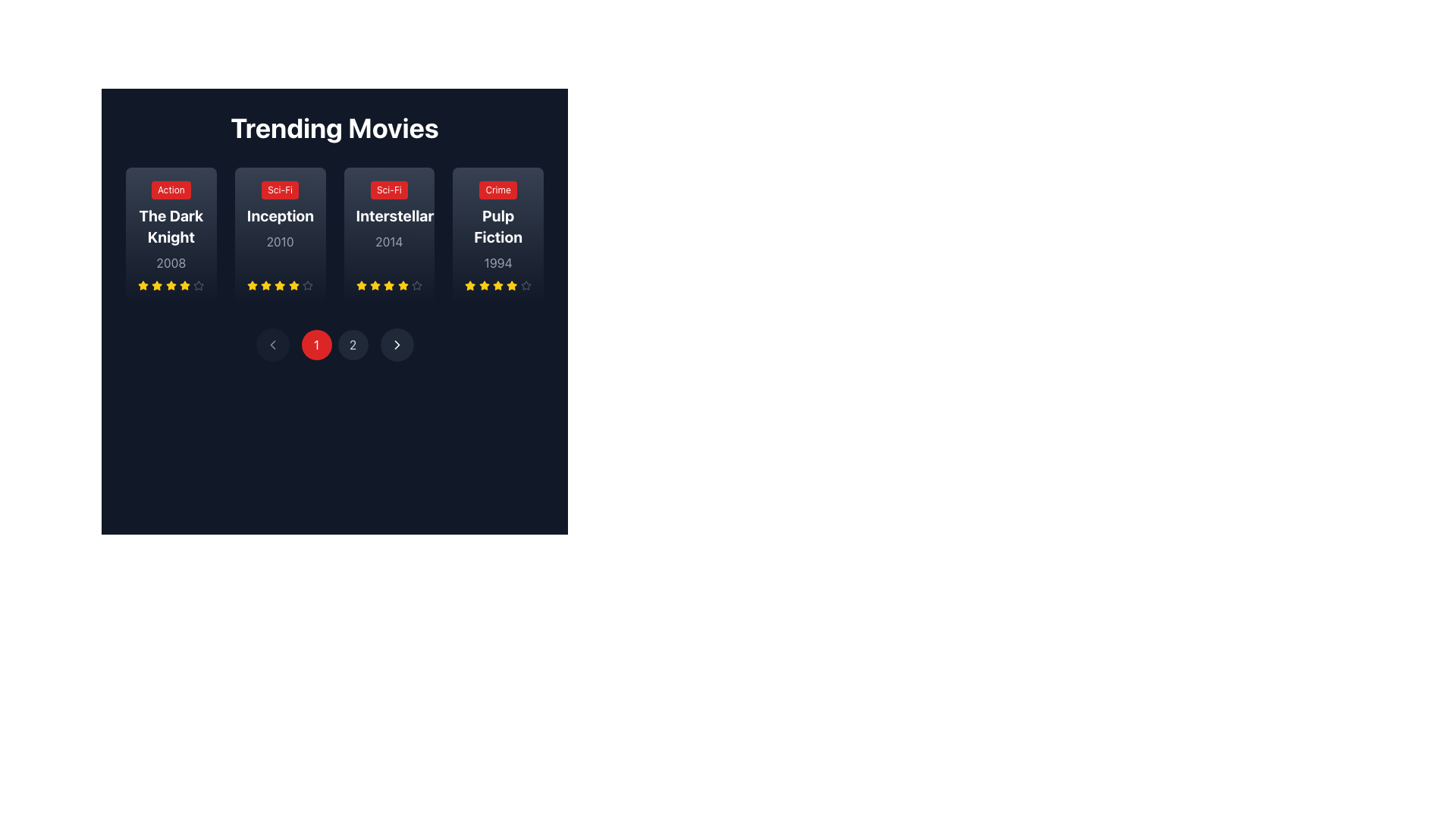  I want to click on the third star icon in the rating indicator for the movie 'Inception', so click(266, 285).